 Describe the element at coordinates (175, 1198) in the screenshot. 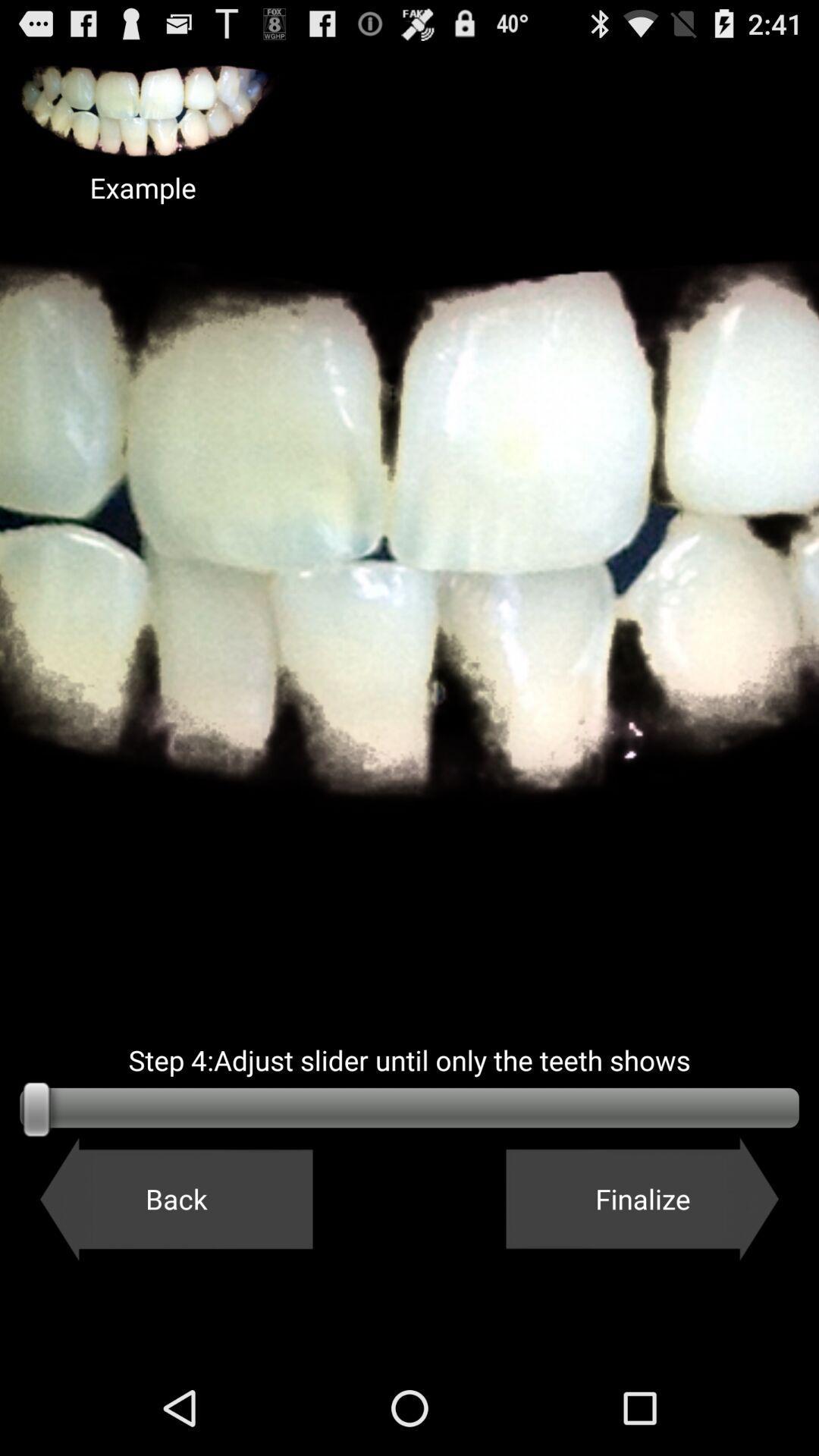

I see `back button` at that location.